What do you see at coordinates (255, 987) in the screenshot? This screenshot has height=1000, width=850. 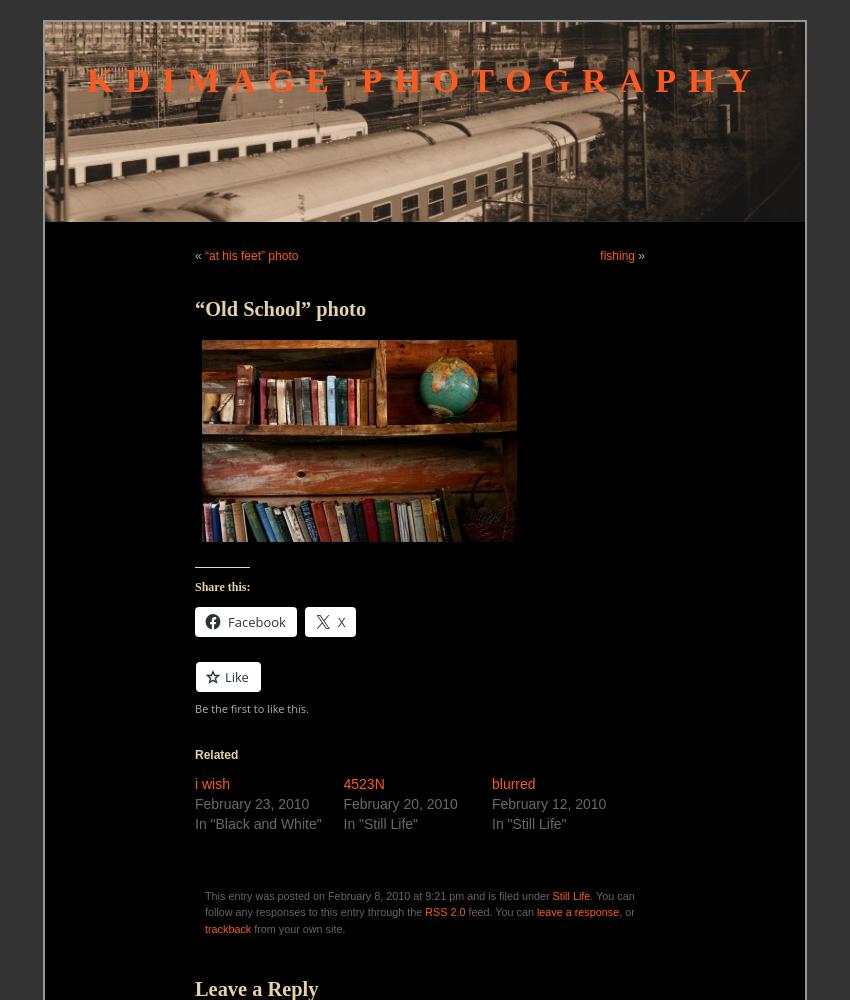 I see `'Leave a Reply'` at bounding box center [255, 987].